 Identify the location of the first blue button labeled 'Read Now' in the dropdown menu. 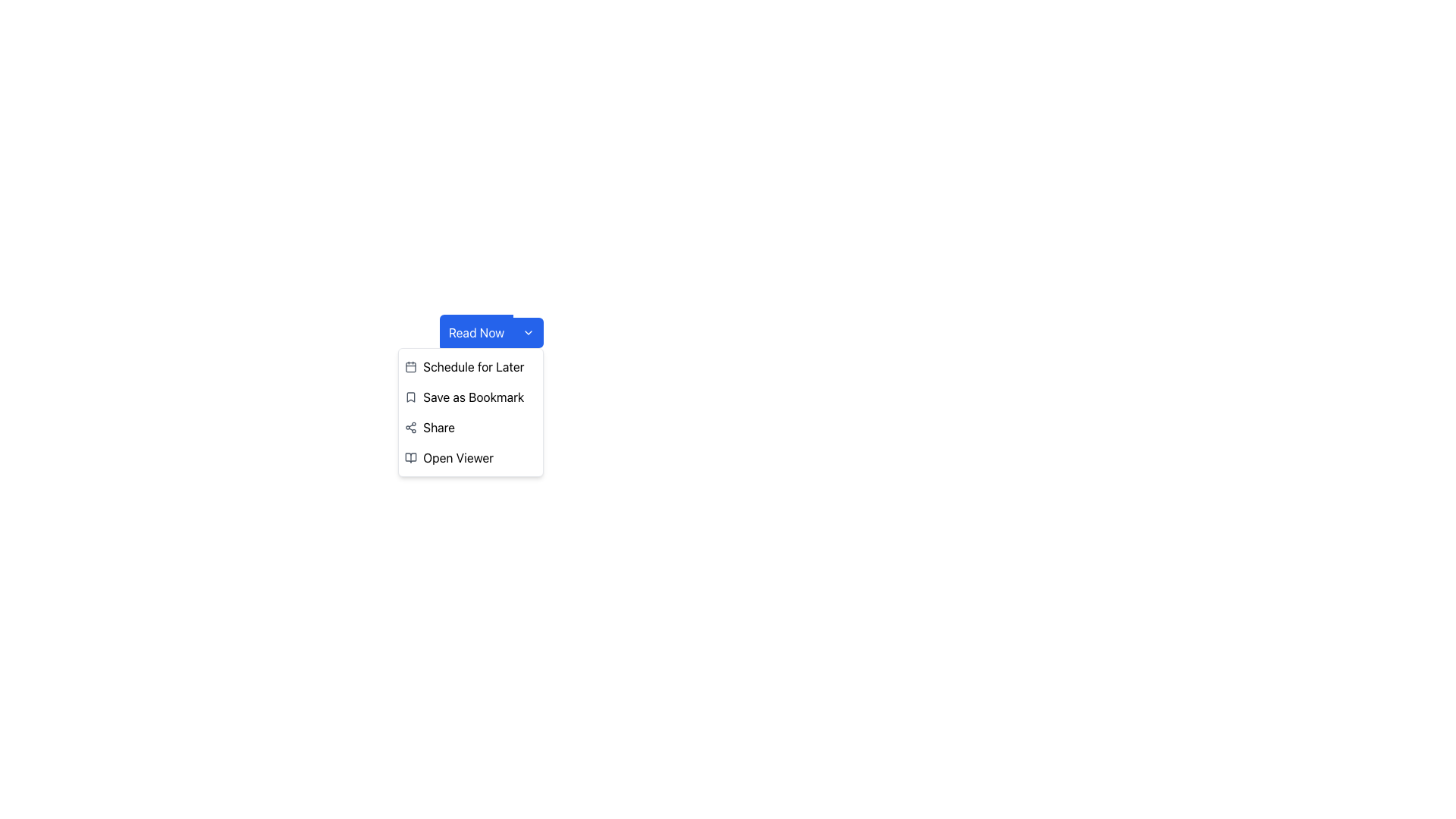
(475, 332).